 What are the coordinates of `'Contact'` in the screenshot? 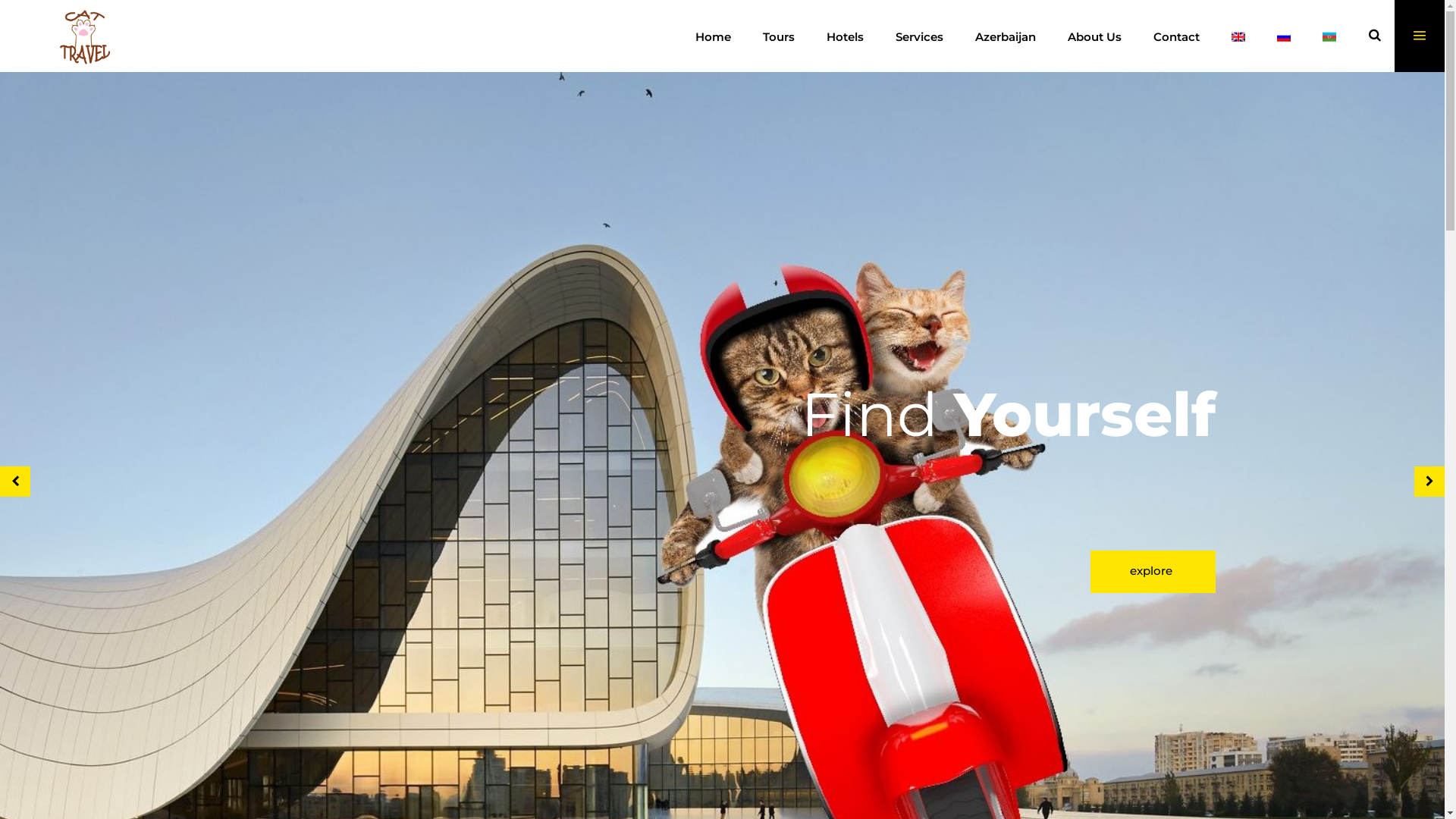 It's located at (1175, 35).